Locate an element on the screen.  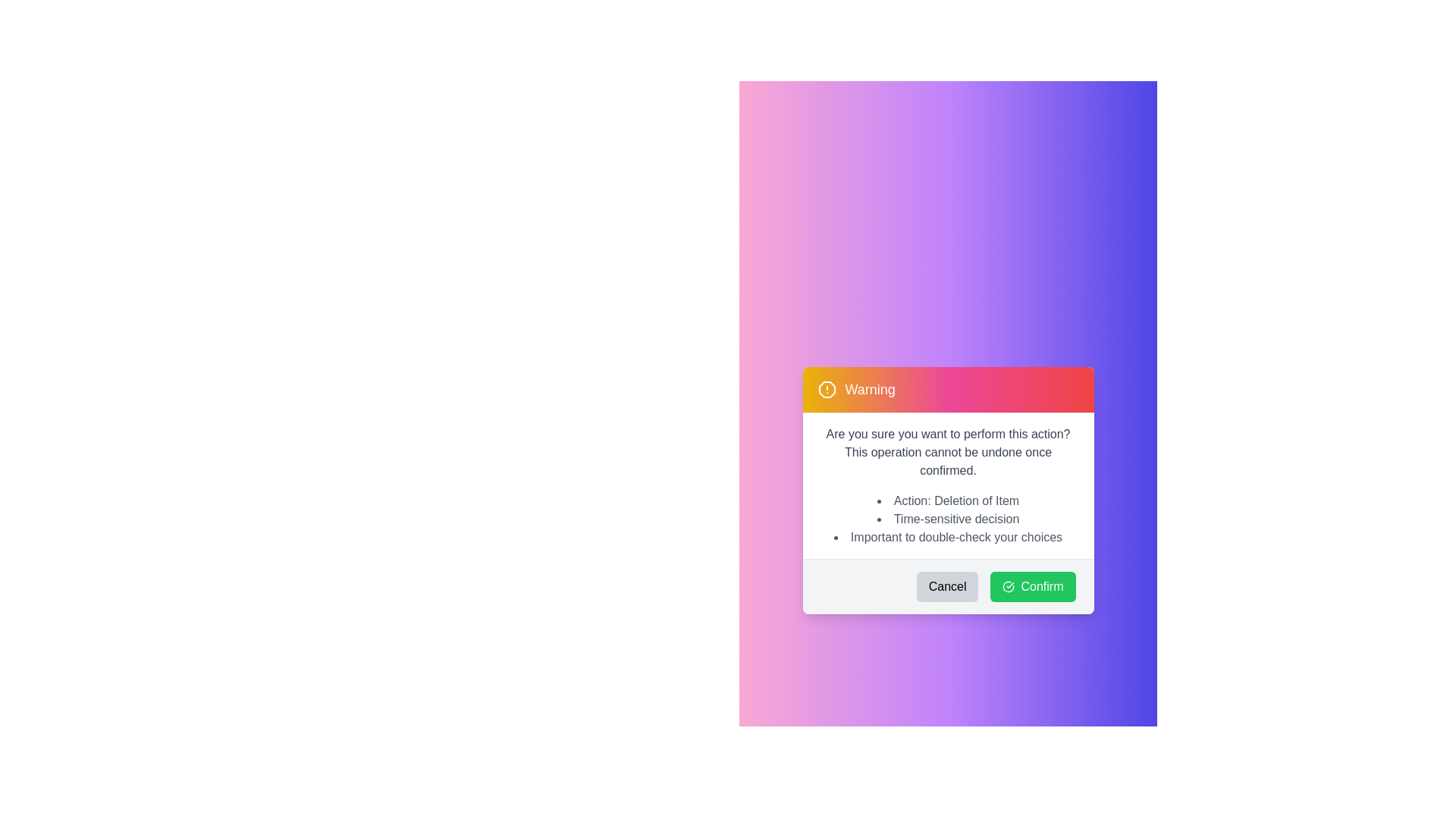
the alert or warning icon located to the left of the text 'Warning' in the gradient-colored top bar of the modal is located at coordinates (826, 388).